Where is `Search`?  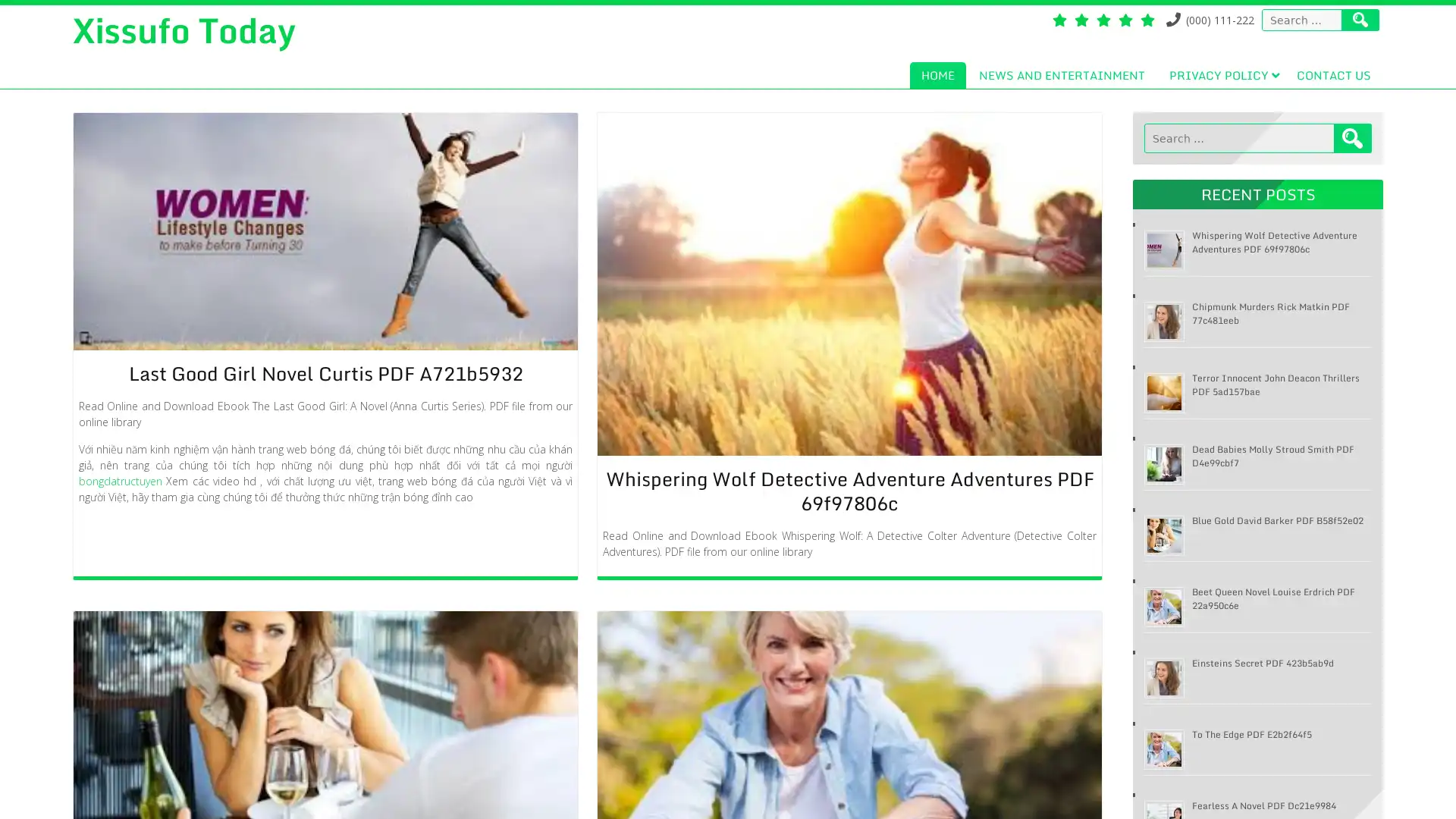 Search is located at coordinates (1353, 138).